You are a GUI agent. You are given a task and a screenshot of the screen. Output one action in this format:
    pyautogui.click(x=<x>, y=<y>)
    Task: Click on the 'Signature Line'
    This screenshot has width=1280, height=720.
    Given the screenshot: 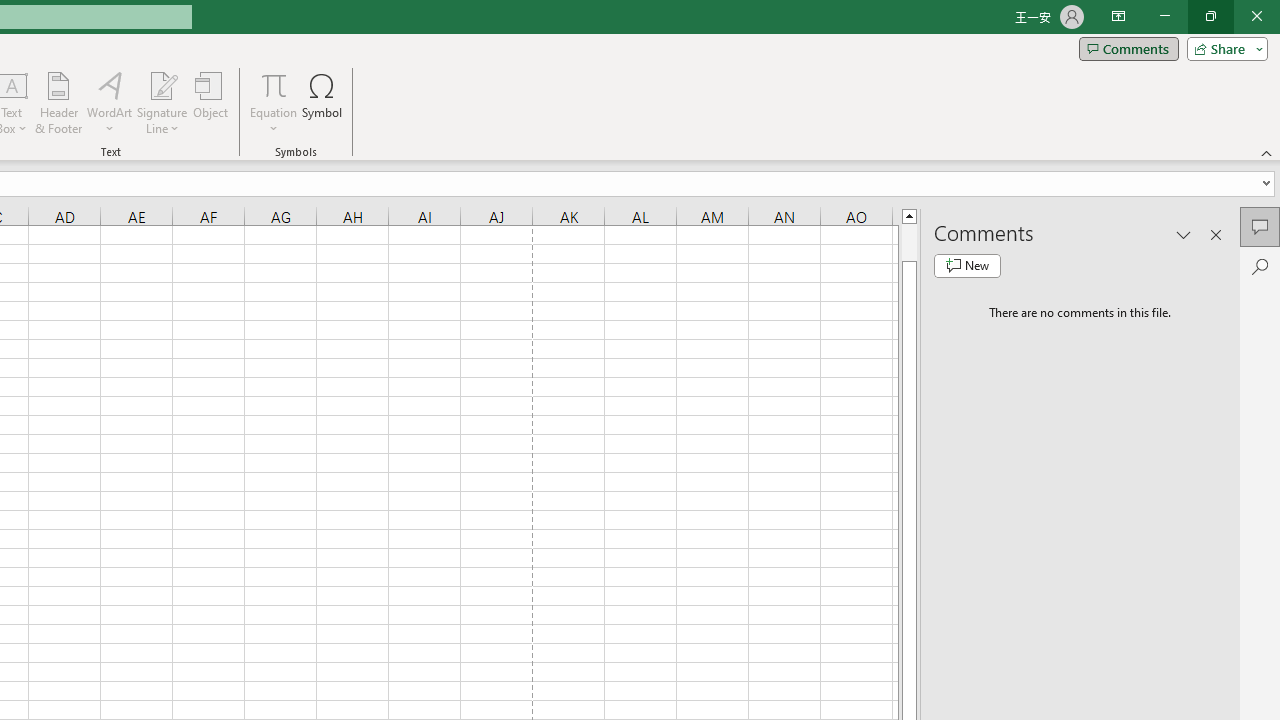 What is the action you would take?
    pyautogui.click(x=161, y=84)
    